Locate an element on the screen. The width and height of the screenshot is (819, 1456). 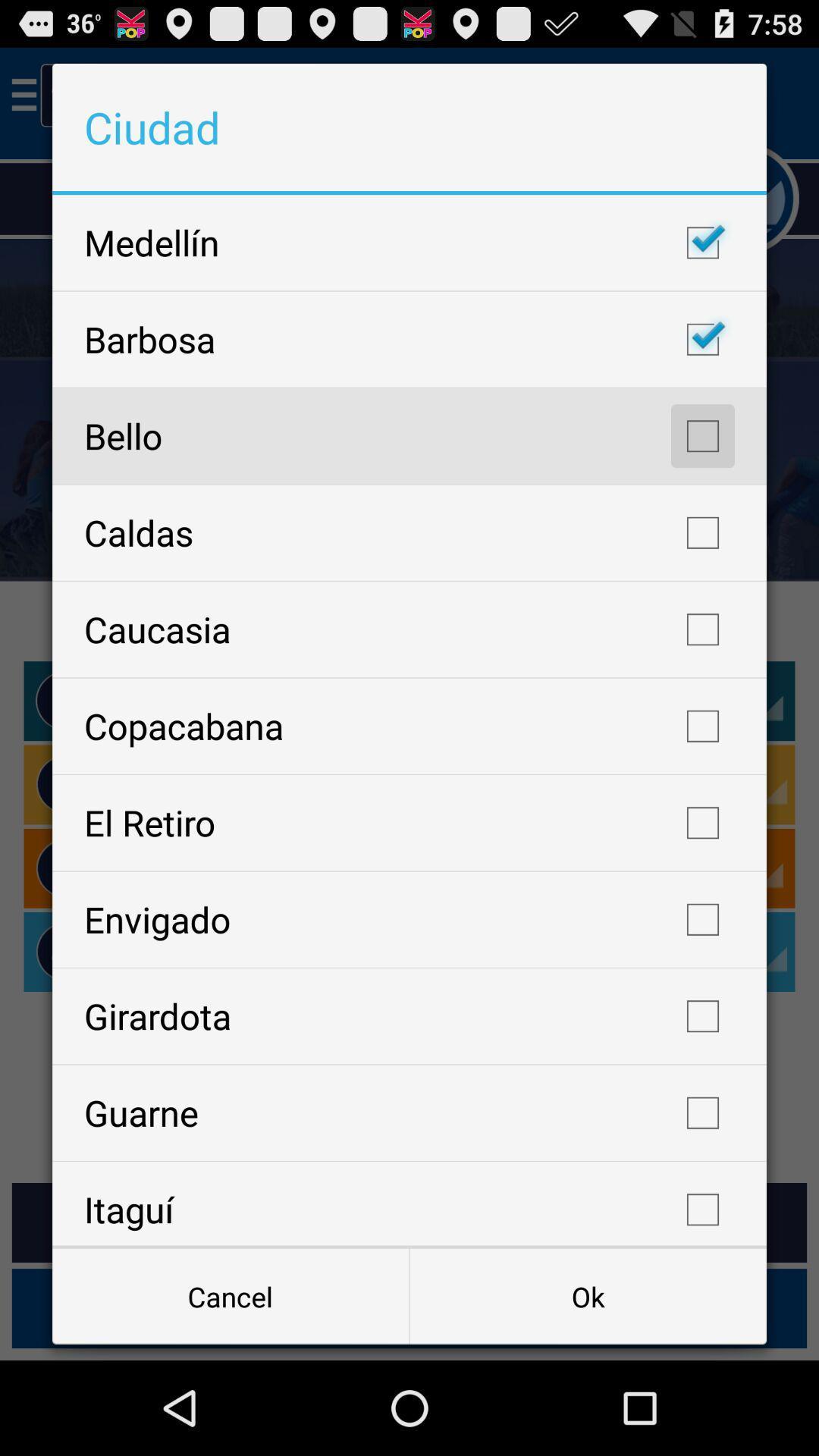
the button to the left of ok icon is located at coordinates (231, 1295).